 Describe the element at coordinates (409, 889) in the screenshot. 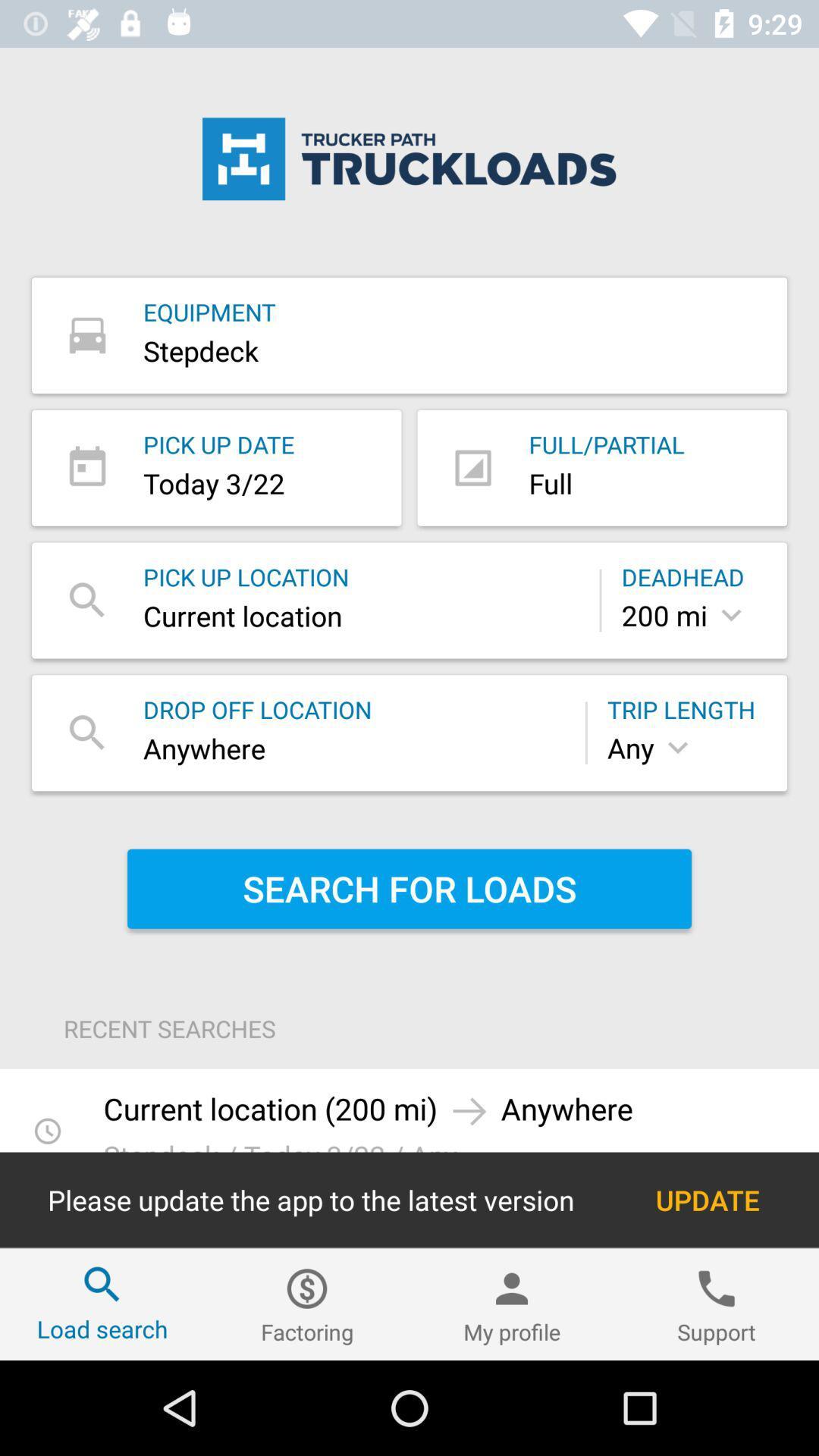

I see `the item below the any` at that location.